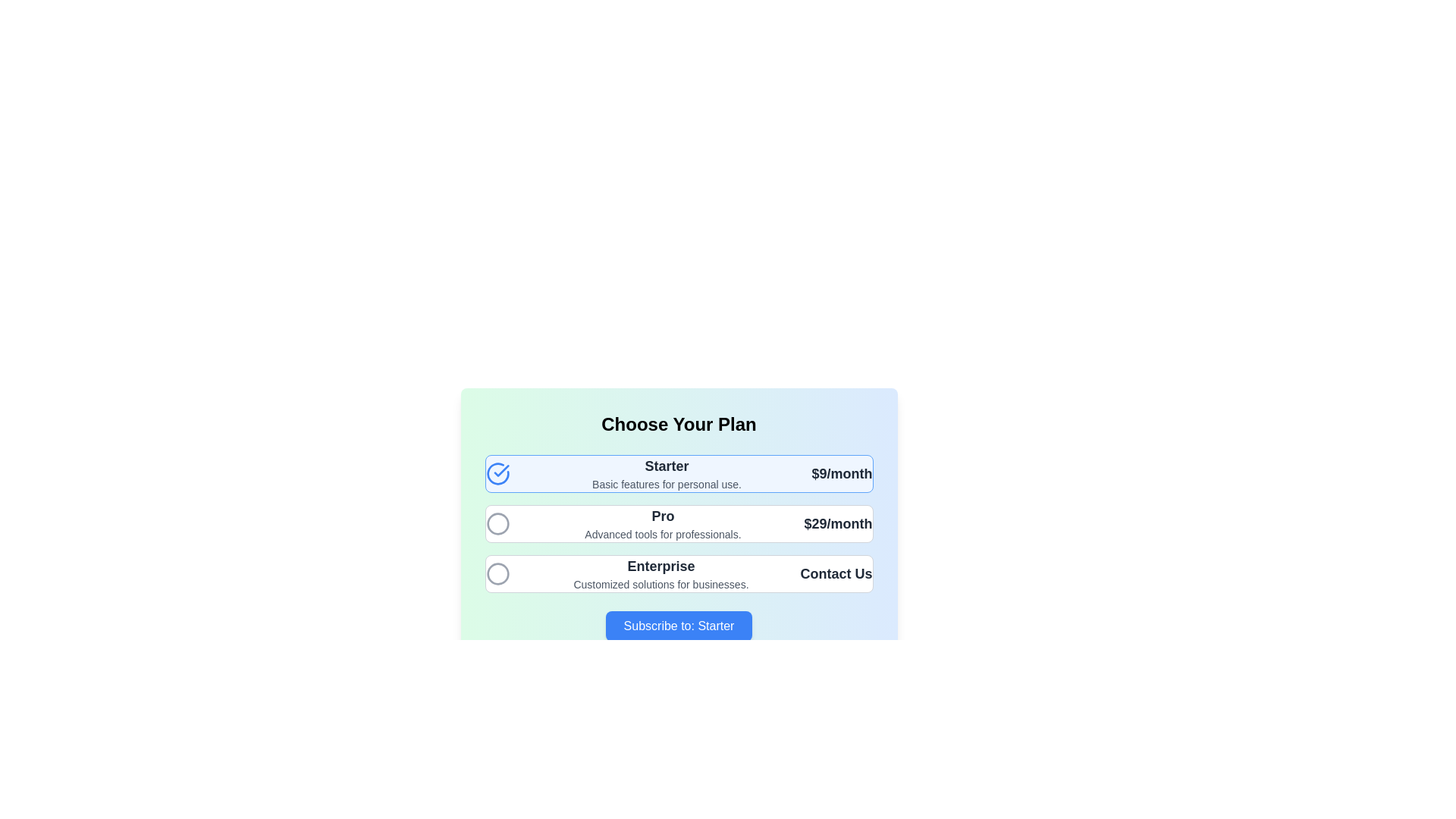 The image size is (1456, 819). What do you see at coordinates (661, 584) in the screenshot?
I see `the static text stating 'Customized solutions for businesses.' located below the 'Enterprise' header in the 'Choose Your Plan' section` at bounding box center [661, 584].